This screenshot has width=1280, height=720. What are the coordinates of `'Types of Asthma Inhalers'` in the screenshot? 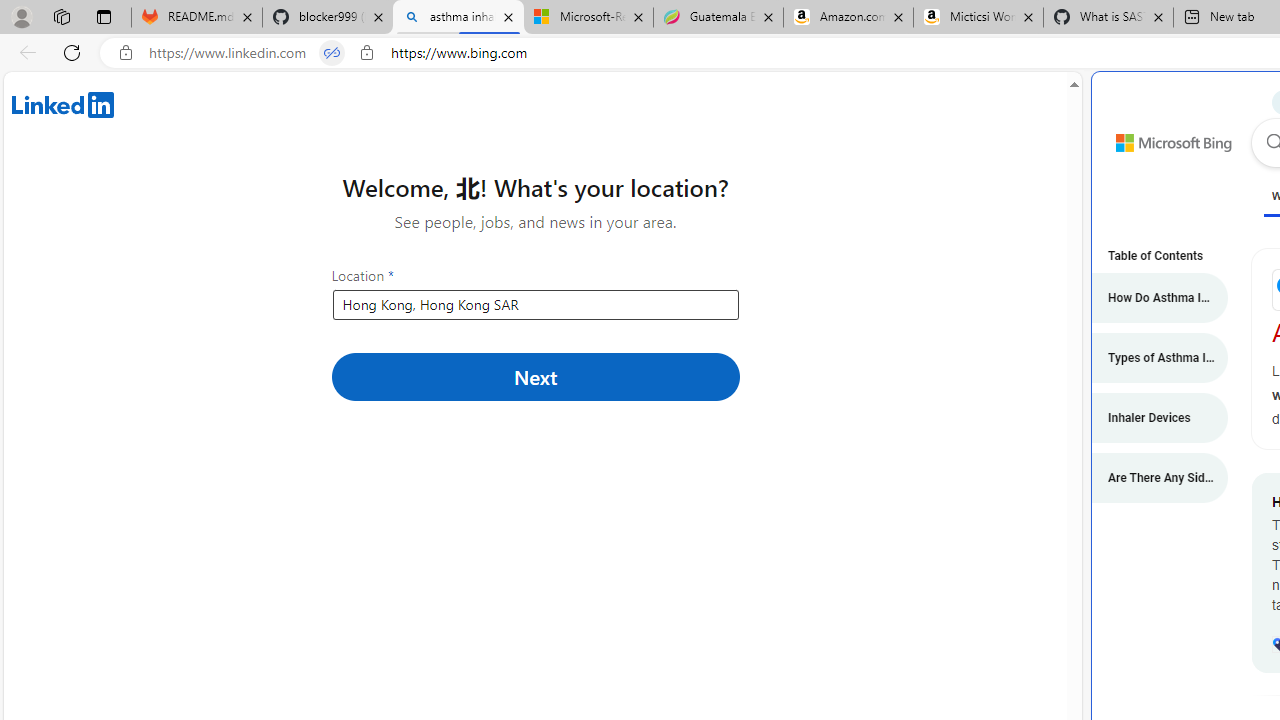 It's located at (1150, 356).